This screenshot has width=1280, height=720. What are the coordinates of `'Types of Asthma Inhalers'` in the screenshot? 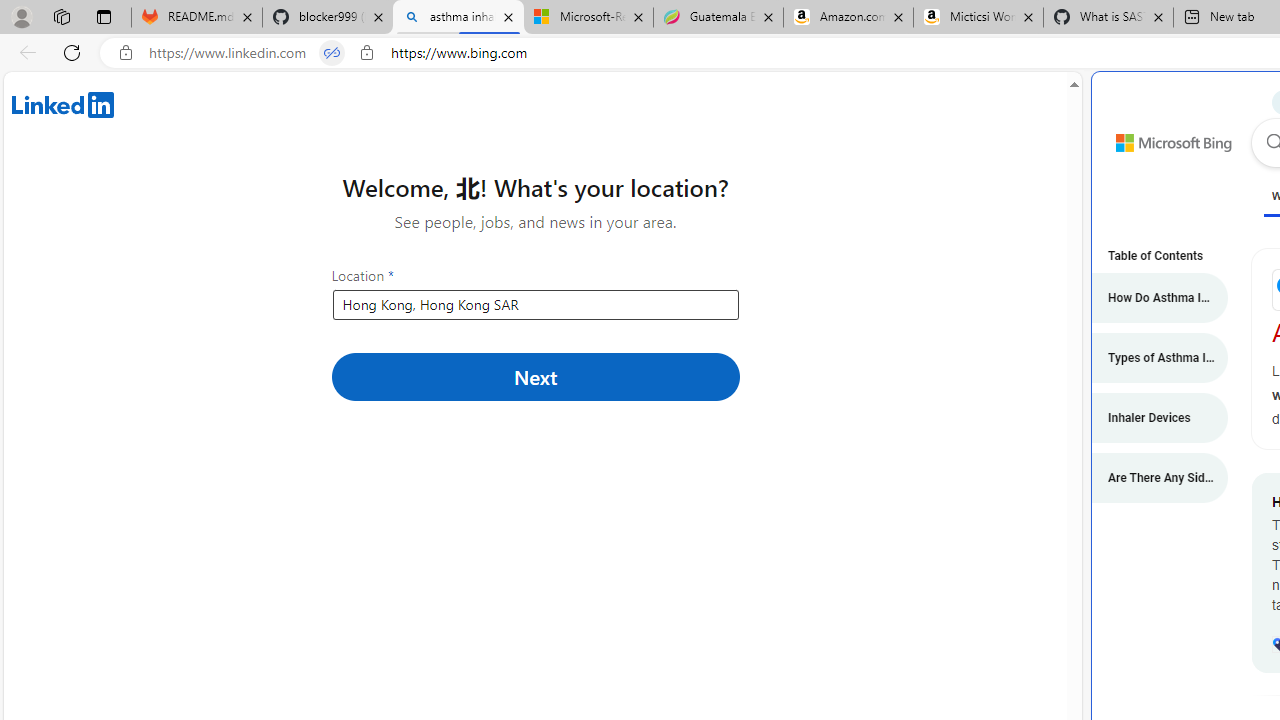 It's located at (1150, 356).